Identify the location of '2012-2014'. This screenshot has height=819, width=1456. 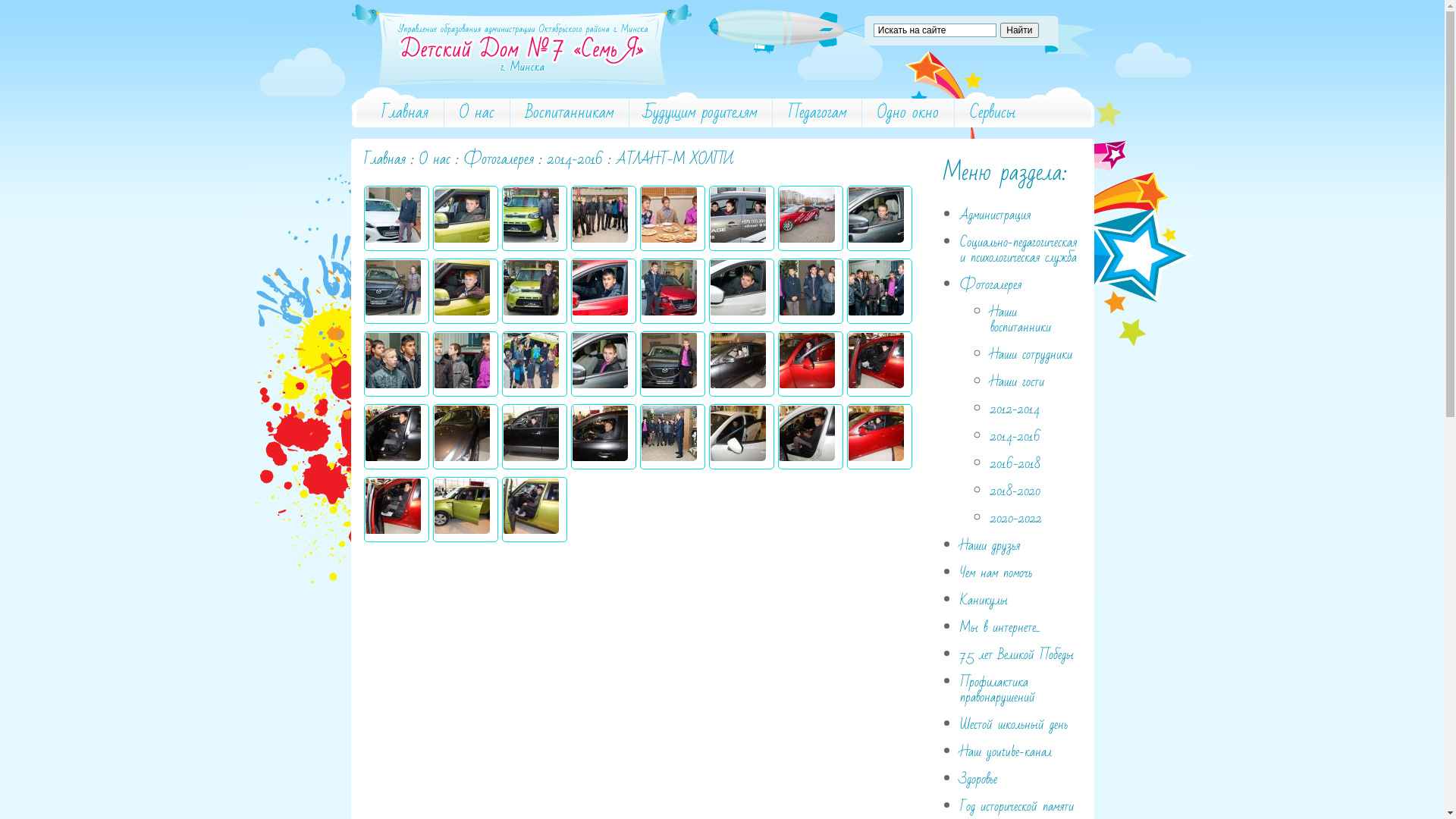
(1015, 408).